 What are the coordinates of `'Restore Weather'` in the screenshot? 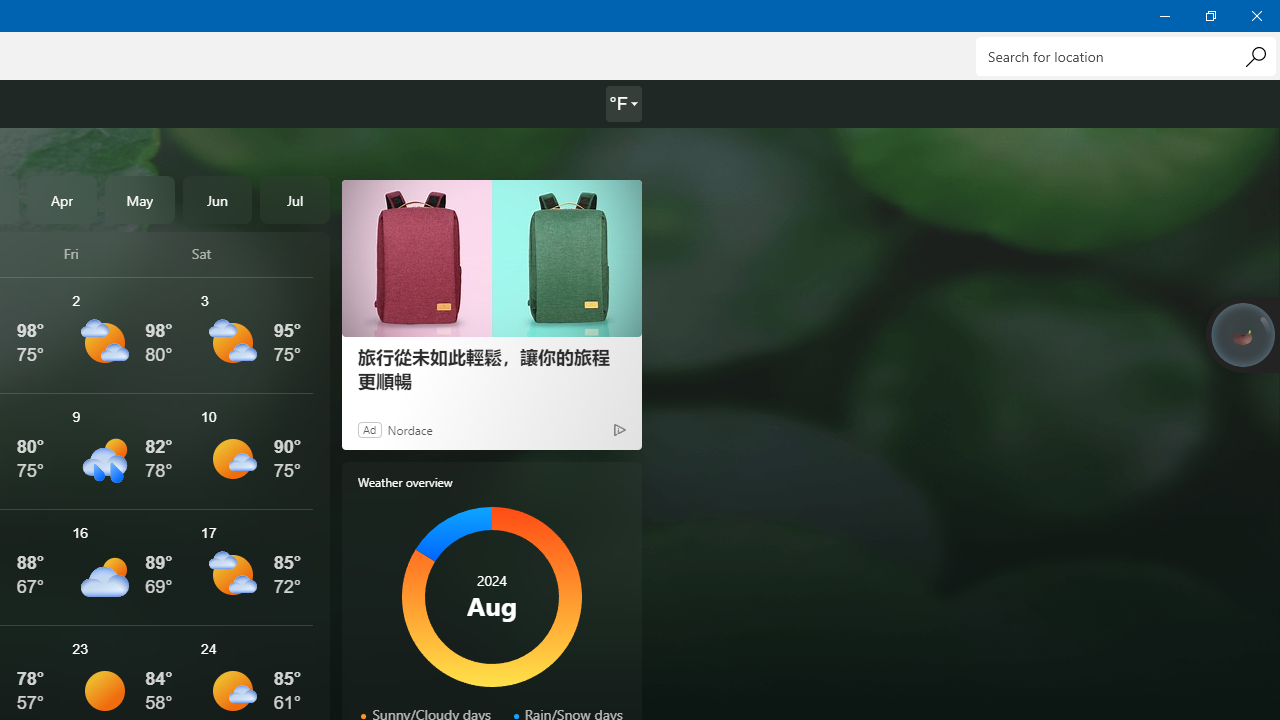 It's located at (1209, 15).